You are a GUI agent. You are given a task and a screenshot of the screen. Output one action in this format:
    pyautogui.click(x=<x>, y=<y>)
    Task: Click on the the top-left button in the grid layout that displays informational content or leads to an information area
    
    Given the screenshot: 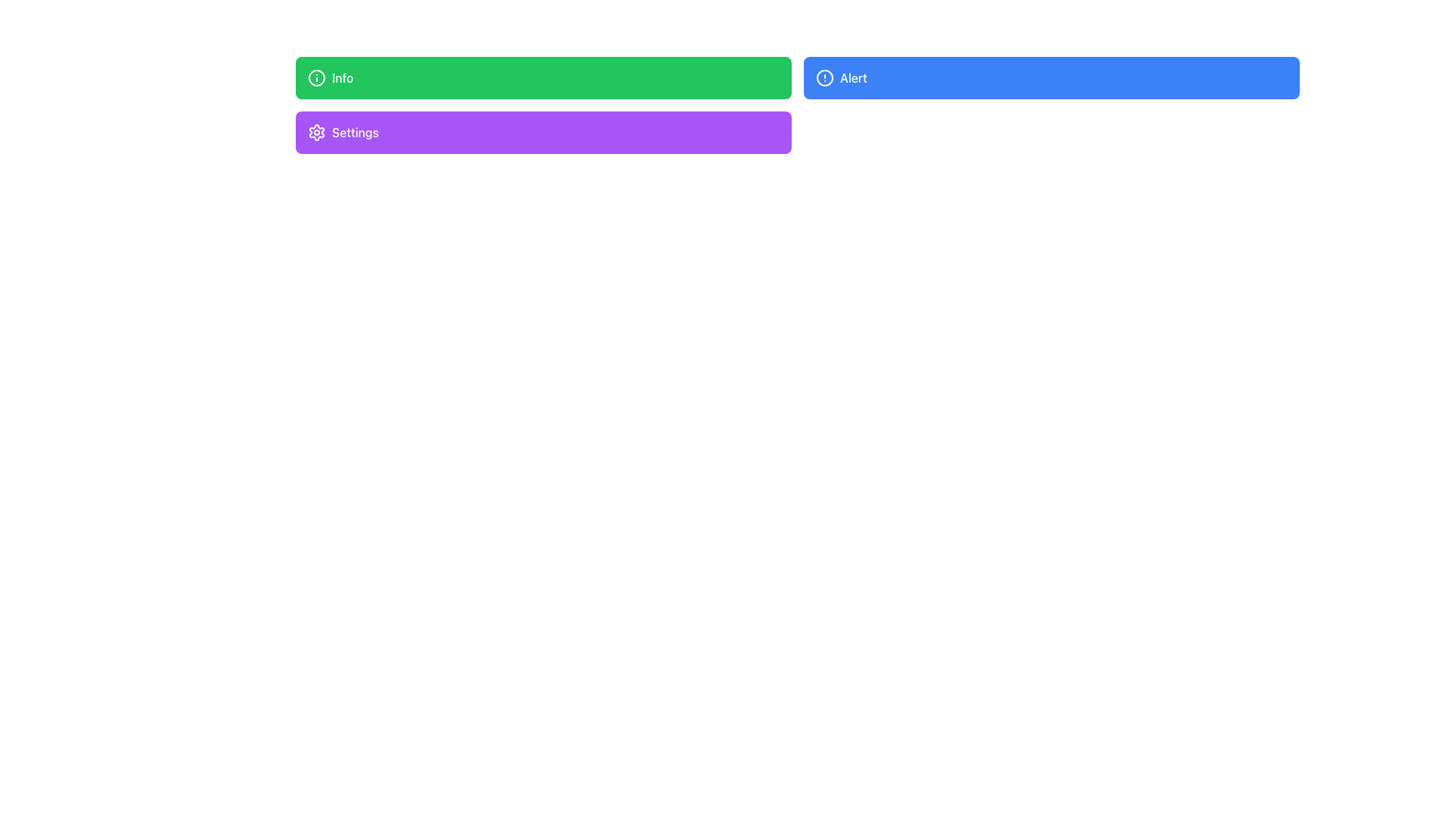 What is the action you would take?
    pyautogui.click(x=543, y=78)
    